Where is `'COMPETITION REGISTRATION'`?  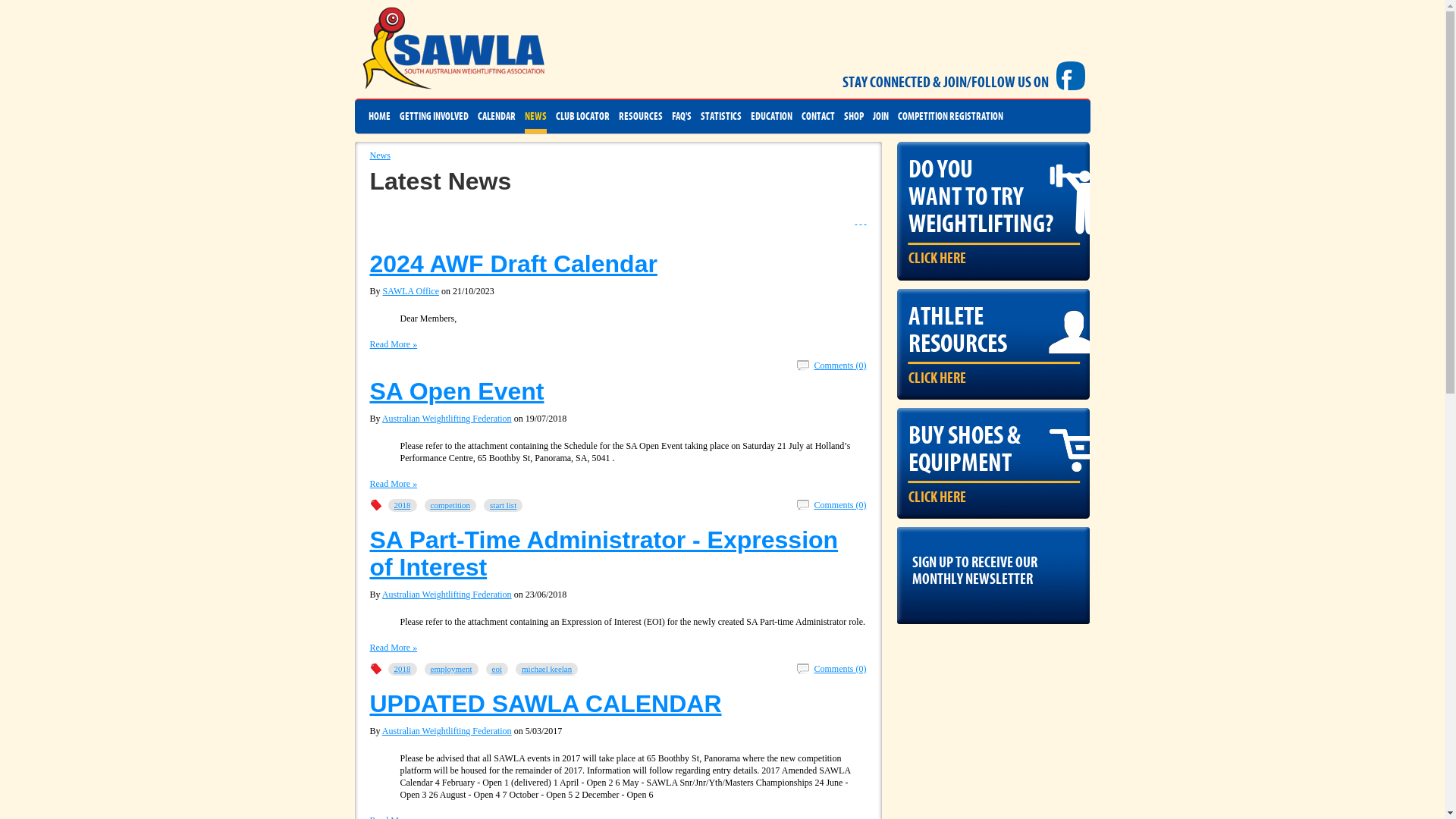 'COMPETITION REGISTRATION' is located at coordinates (949, 116).